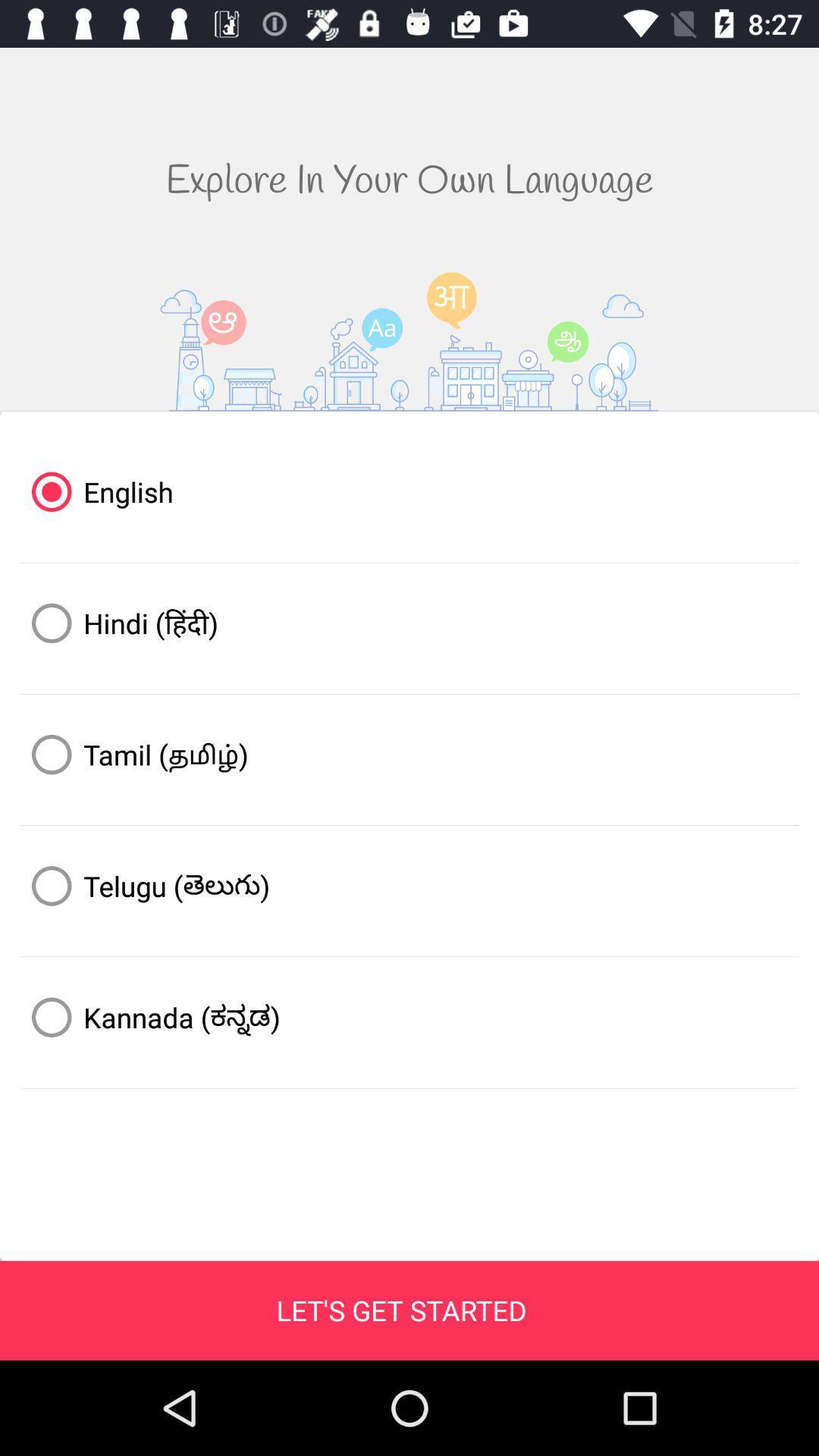 This screenshot has height=1456, width=819. I want to click on english icon, so click(409, 491).